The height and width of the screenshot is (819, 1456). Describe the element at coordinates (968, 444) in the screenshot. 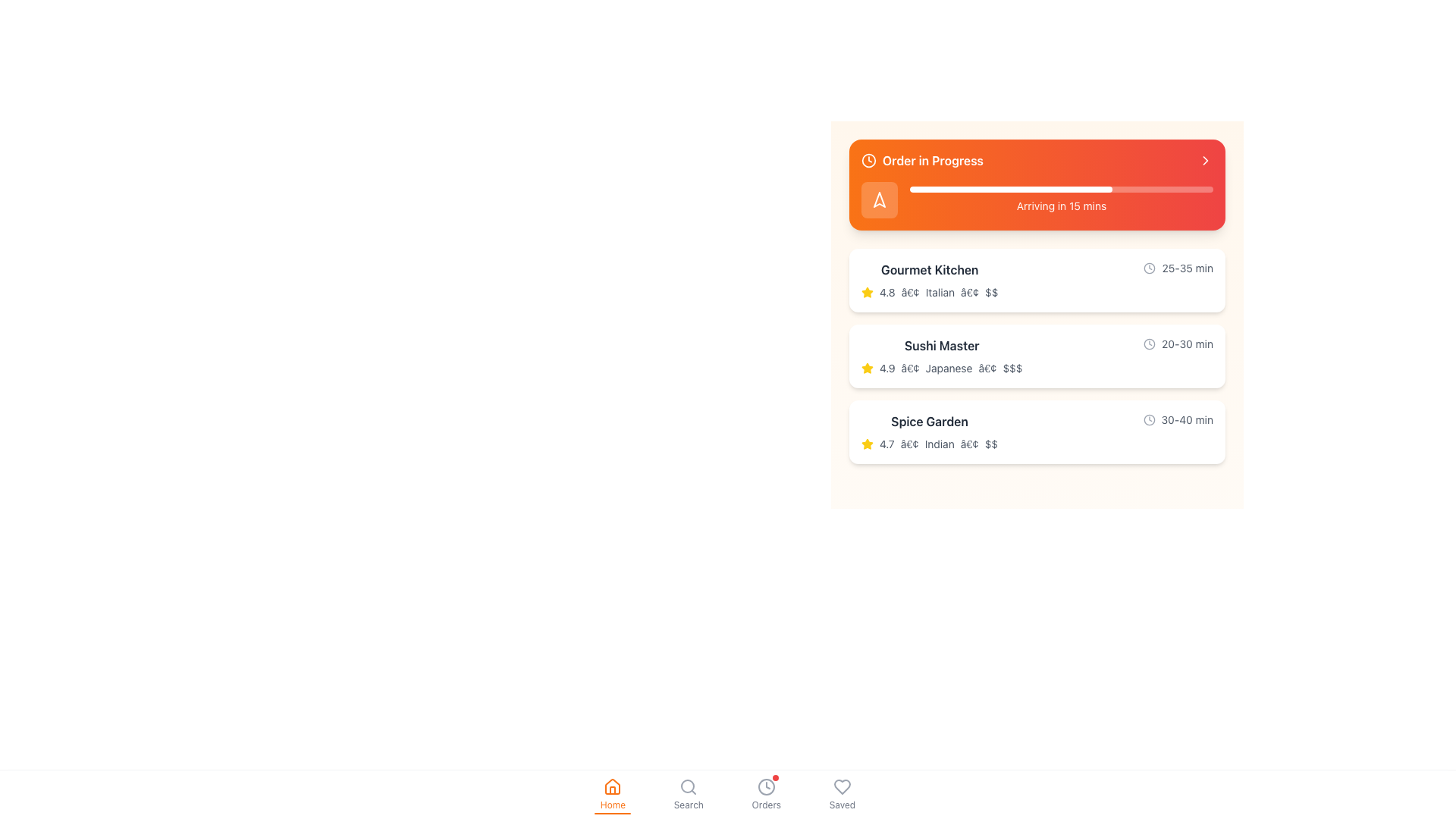

I see `the bullet separator (•) that is the third in the sequence, located between 'Indian' and '$$' in the restaurant details for 'Spice Garden'` at that location.